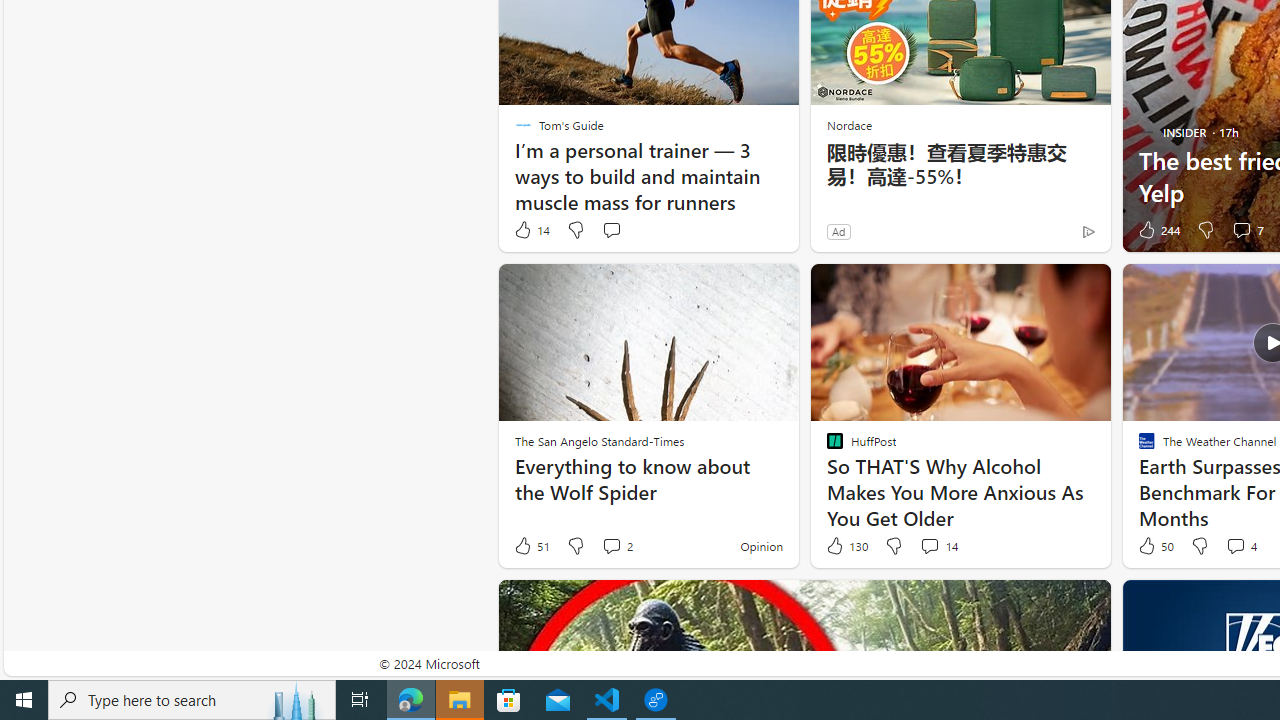 The image size is (1280, 720). Describe the element at coordinates (1154, 546) in the screenshot. I see `'50 Like'` at that location.